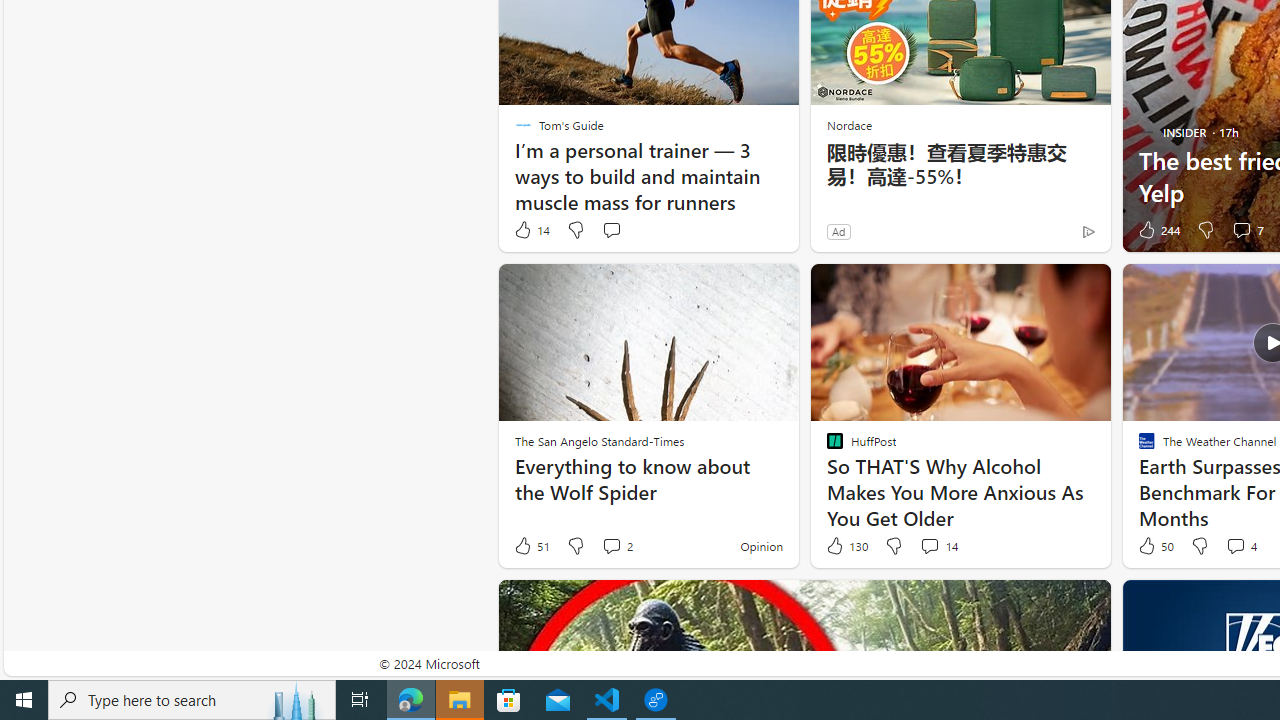 The image size is (1280, 720). Describe the element at coordinates (1154, 546) in the screenshot. I see `'50 Like'` at that location.